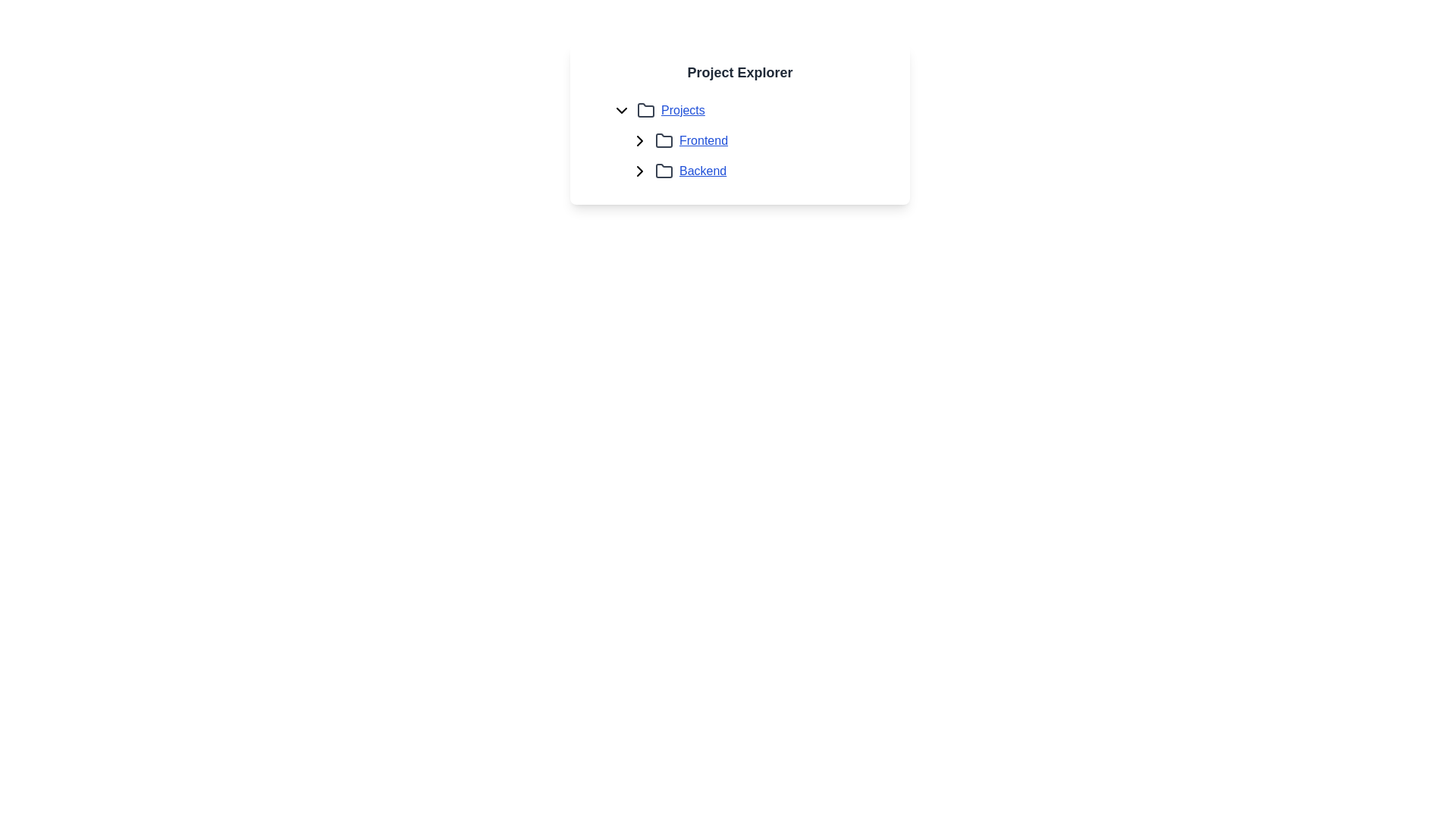 This screenshot has height=819, width=1456. What do you see at coordinates (682, 110) in the screenshot?
I see `the clickable text link labeled 'Projects', which is styled with a blue font and underlined` at bounding box center [682, 110].